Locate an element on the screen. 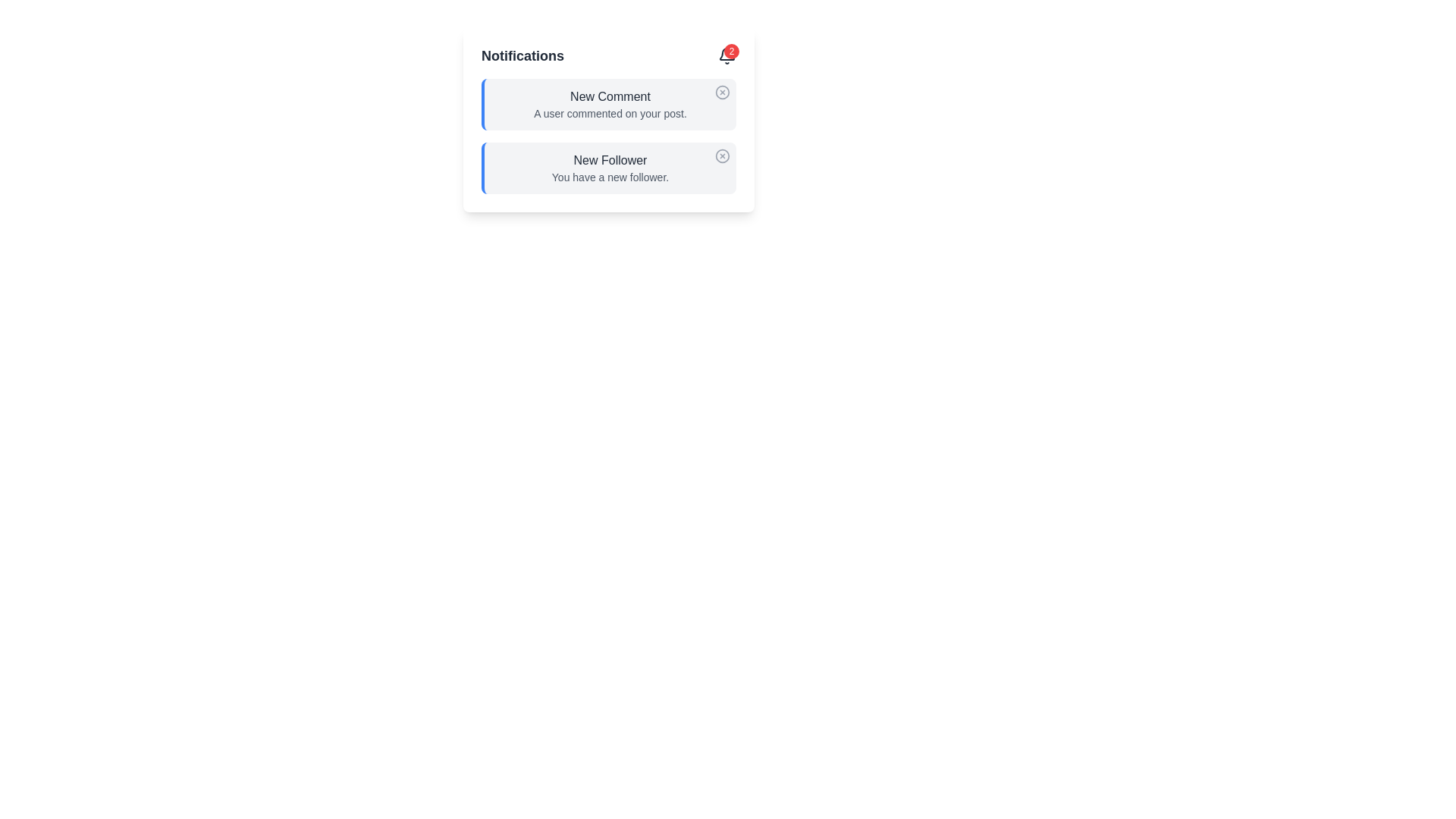  the Notification badge, which is a small circular badge with a red background displaying the number '2', located at the top right corner of the bell icon in the notification panel is located at coordinates (731, 51).